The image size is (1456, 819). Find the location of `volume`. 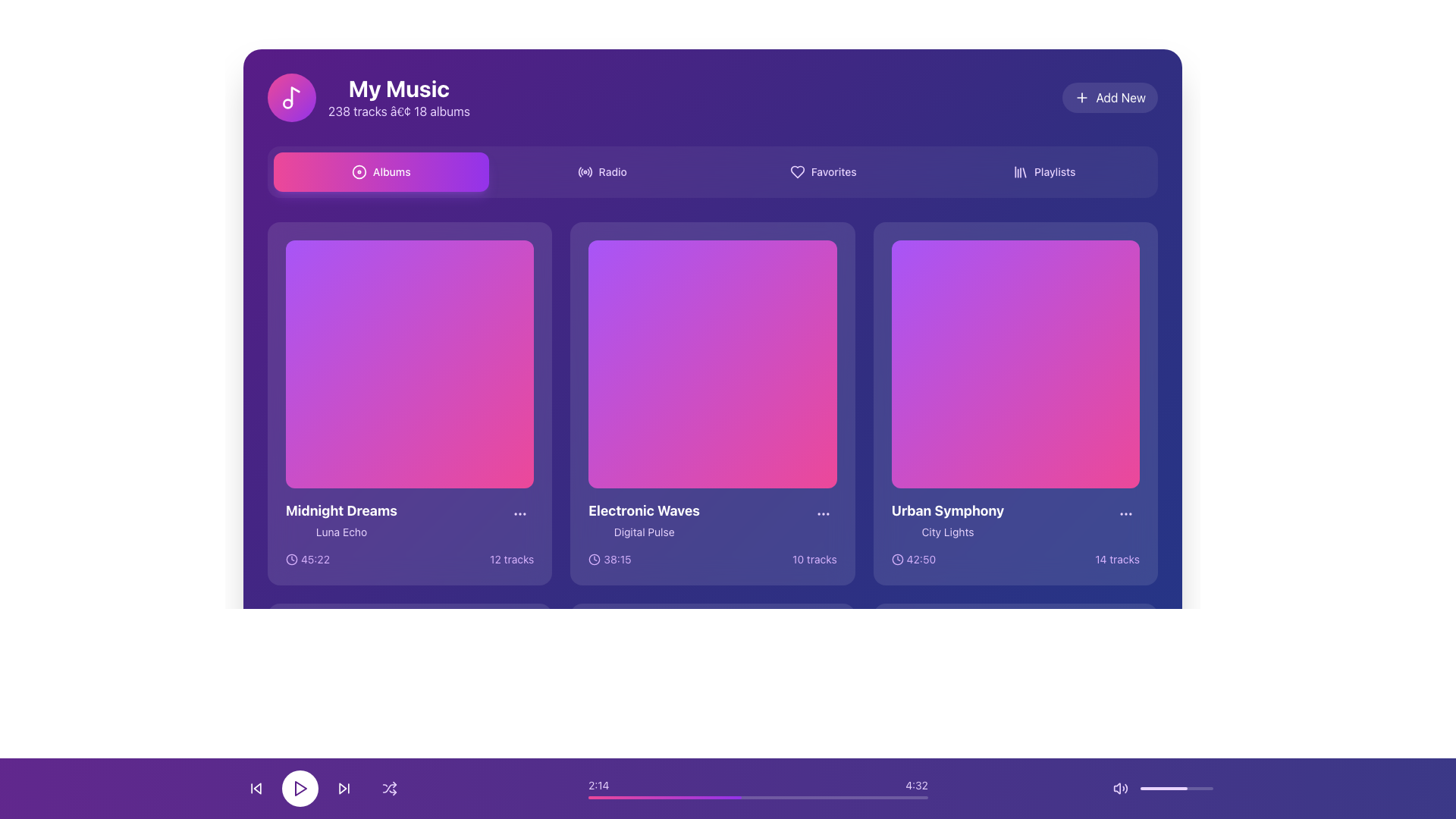

volume is located at coordinates (1157, 788).